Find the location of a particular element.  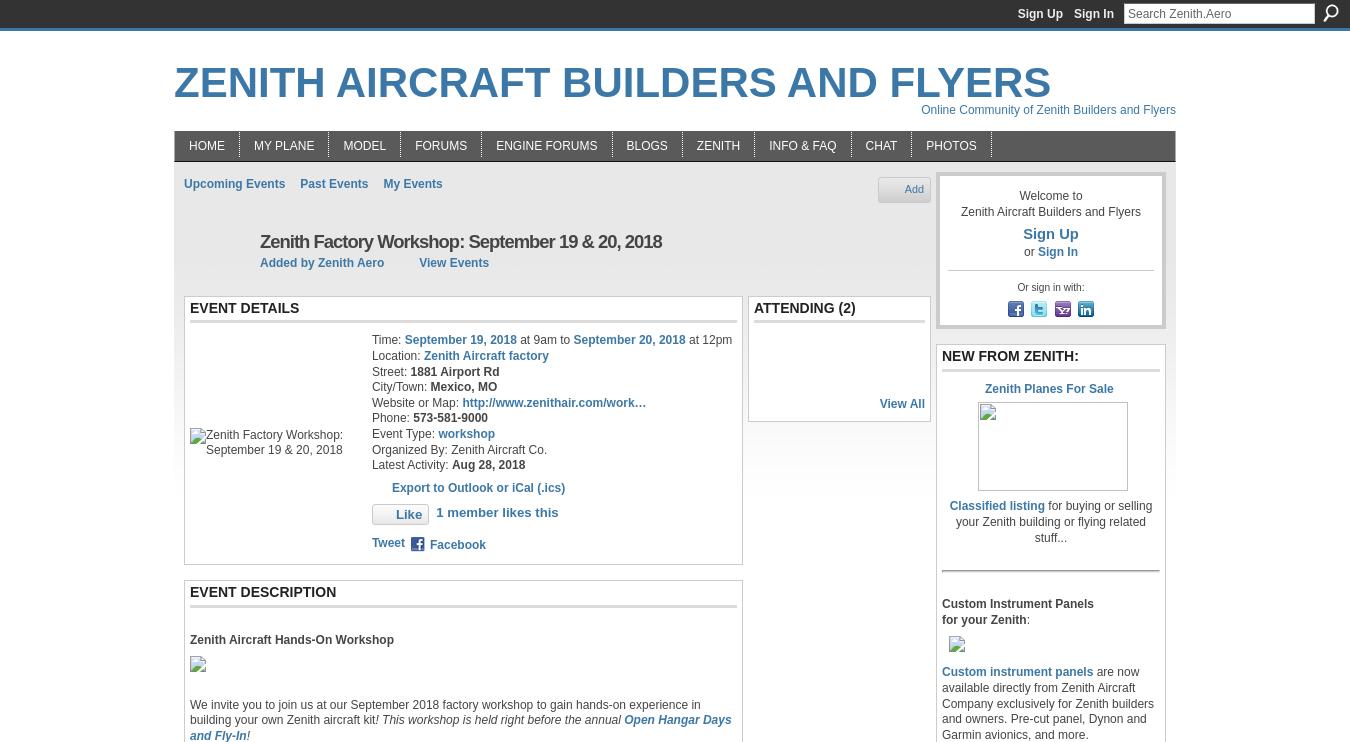

'Website or Map:' is located at coordinates (416, 402).